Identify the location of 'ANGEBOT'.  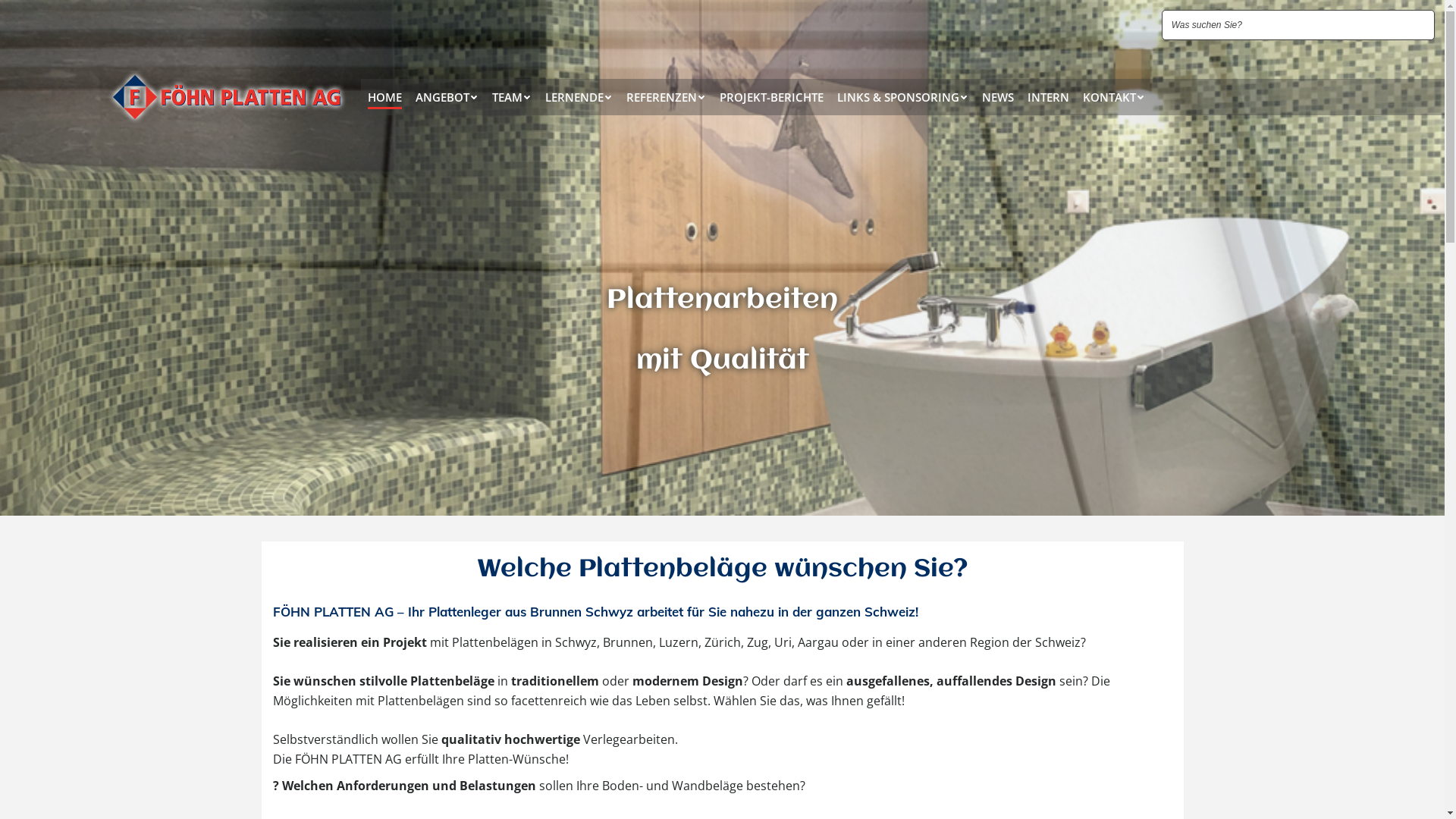
(446, 97).